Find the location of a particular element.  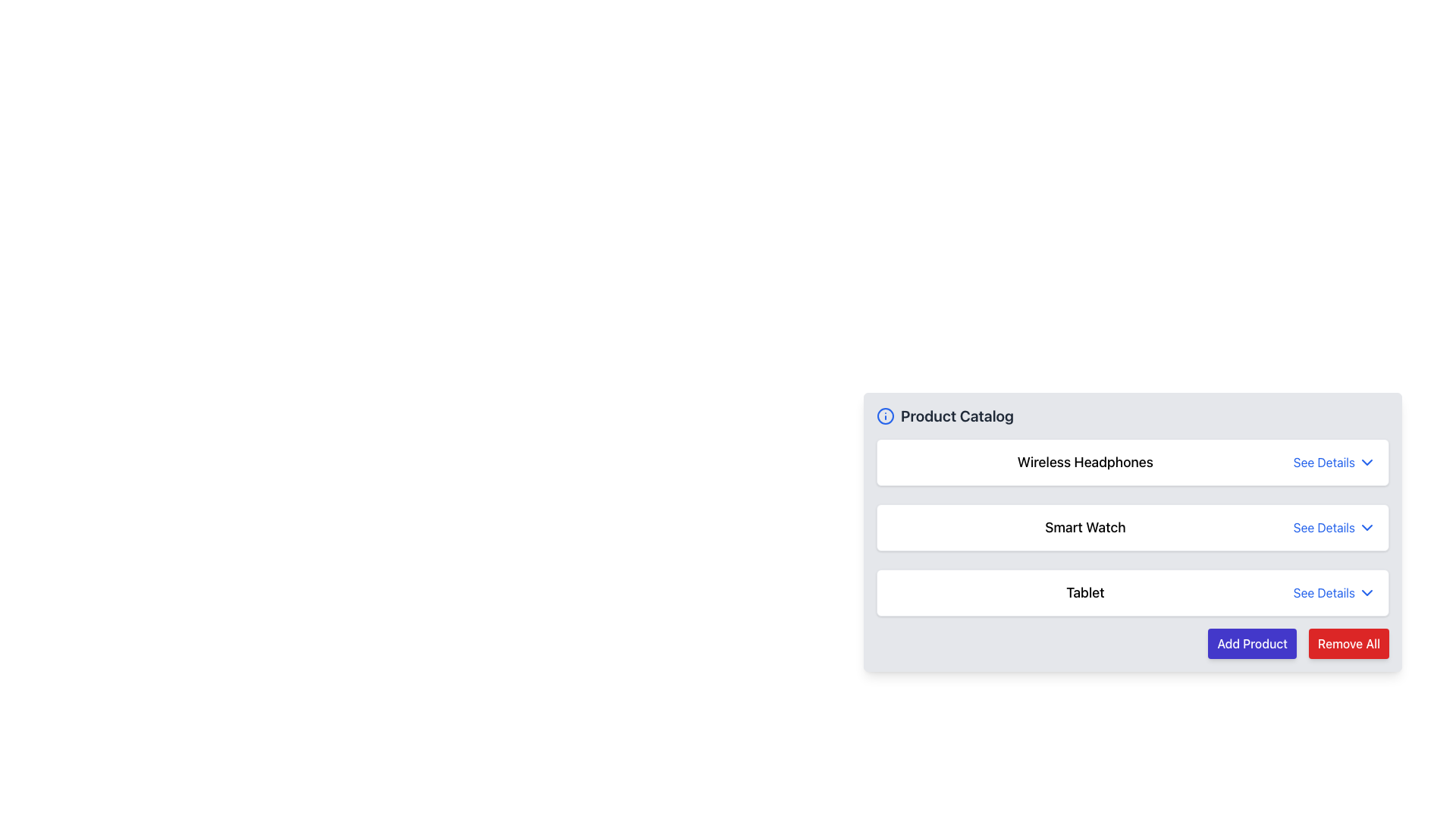

the 'See Details' link-text element located to the right of the 'Wireless Headphones' label in the product list interface is located at coordinates (1335, 461).